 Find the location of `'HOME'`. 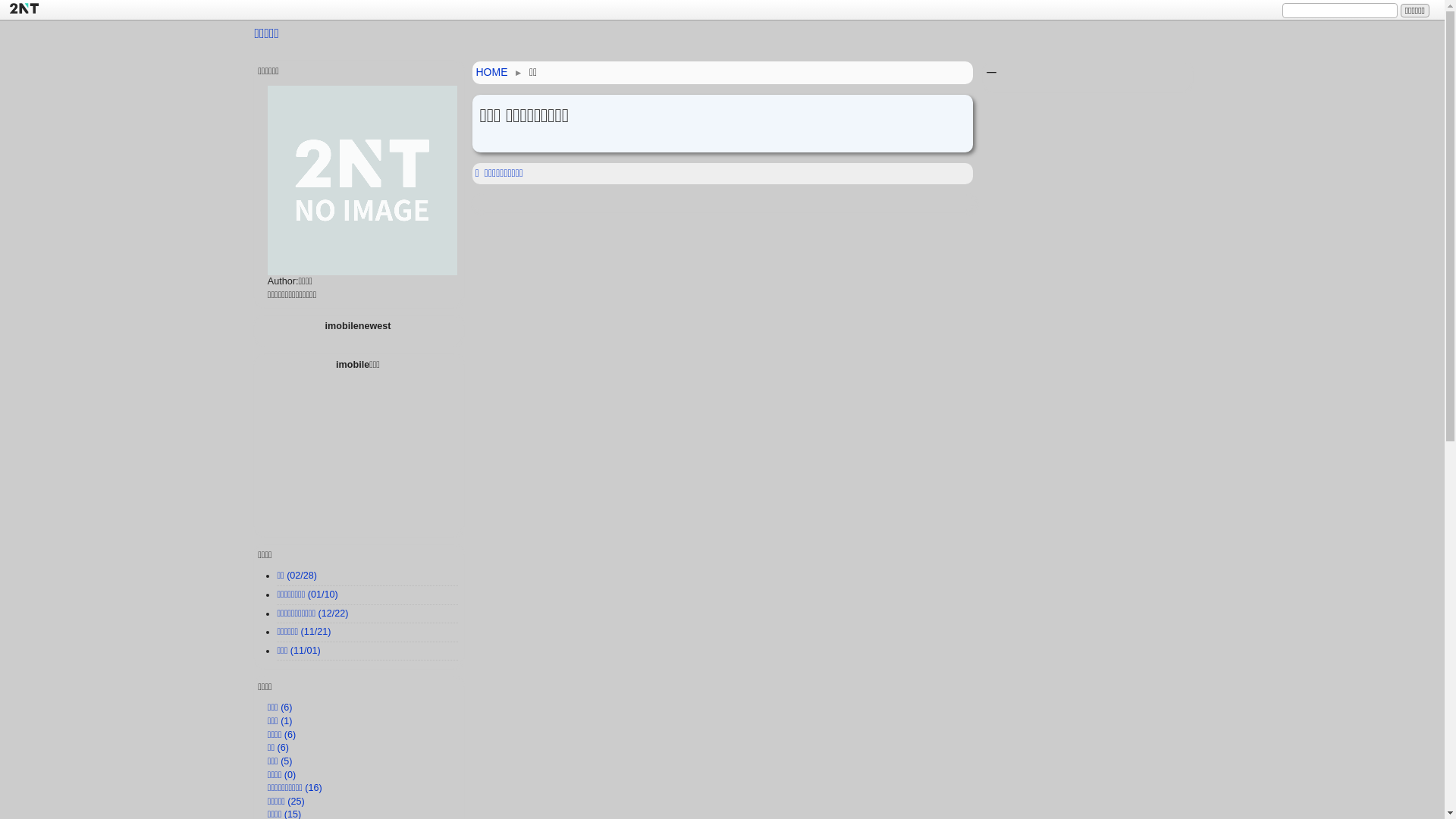

'HOME' is located at coordinates (491, 72).